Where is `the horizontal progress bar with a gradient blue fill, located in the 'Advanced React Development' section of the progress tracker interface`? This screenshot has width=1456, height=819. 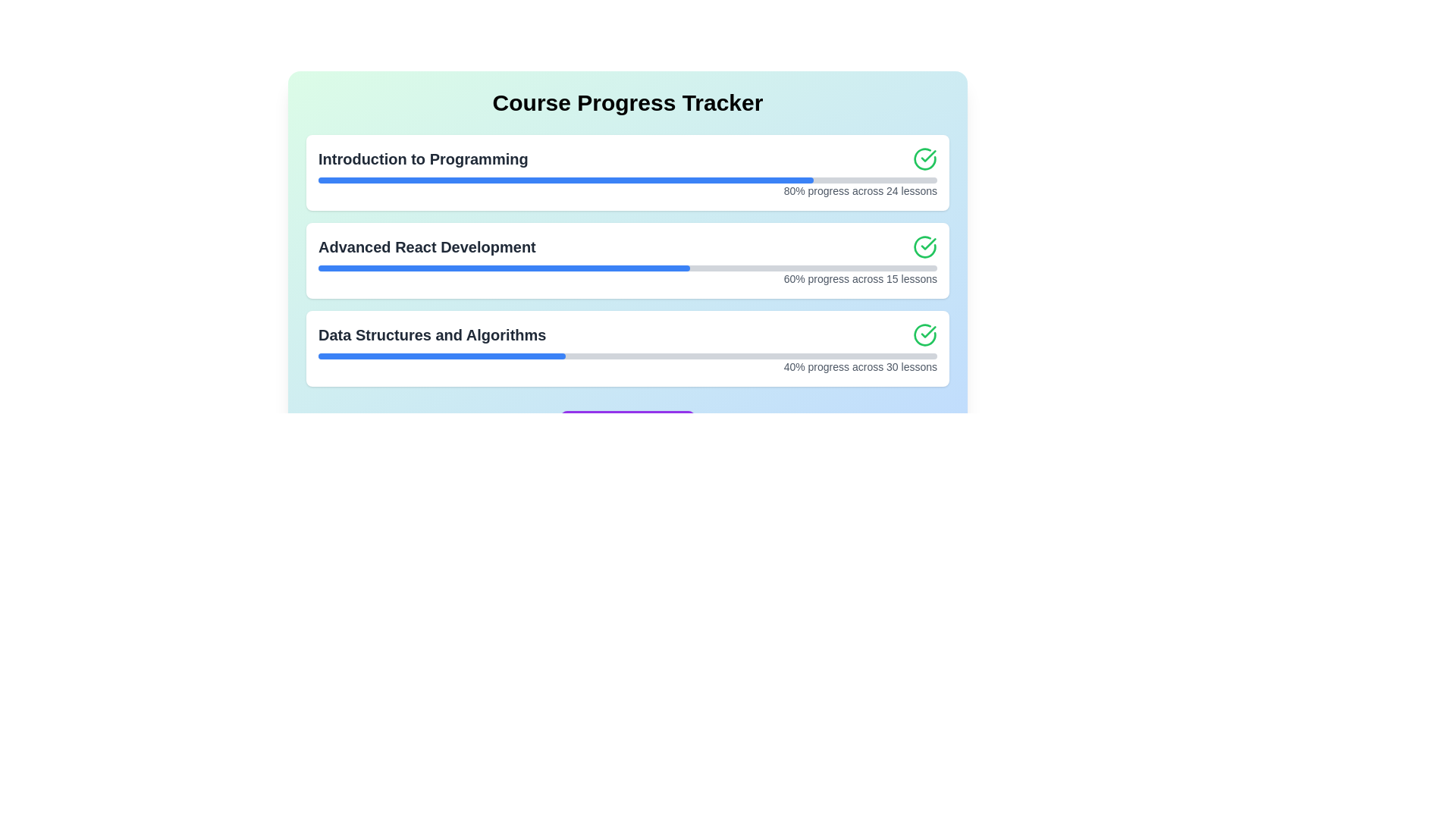 the horizontal progress bar with a gradient blue fill, located in the 'Advanced React Development' section of the progress tracker interface is located at coordinates (628, 265).